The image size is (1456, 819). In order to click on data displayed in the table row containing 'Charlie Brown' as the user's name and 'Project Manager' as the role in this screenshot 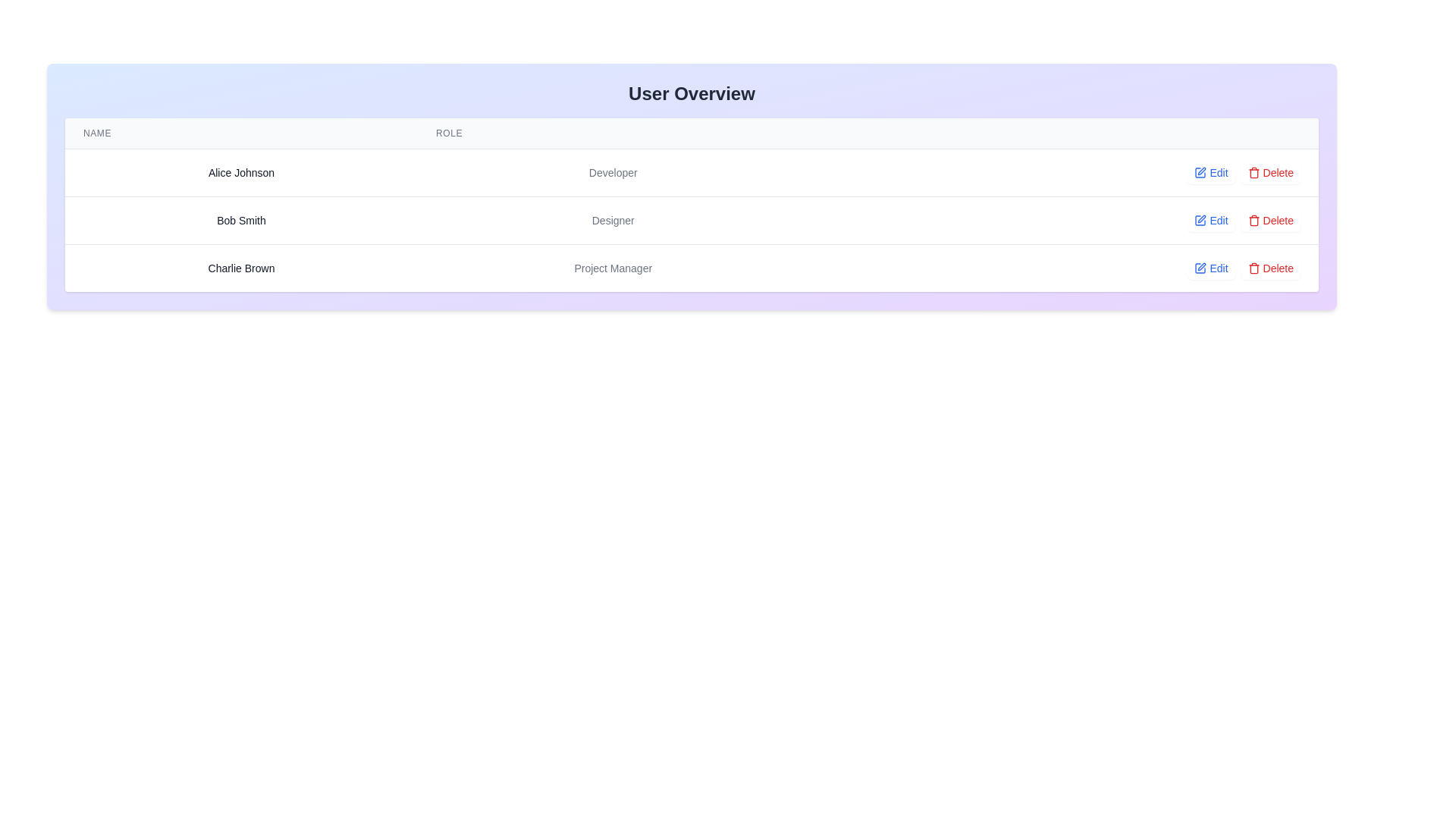, I will do `click(691, 267)`.